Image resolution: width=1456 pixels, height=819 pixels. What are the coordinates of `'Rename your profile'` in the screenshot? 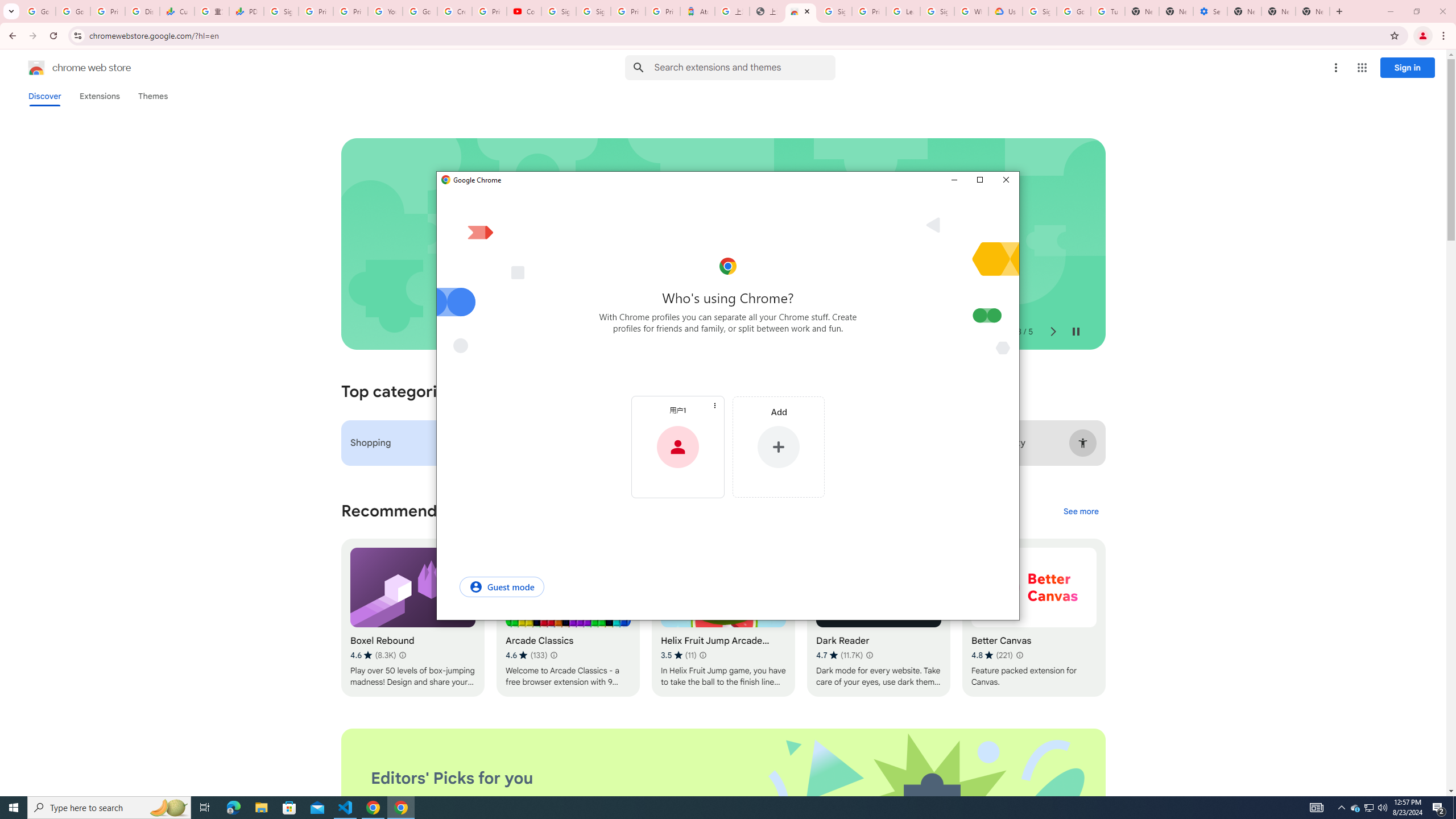 It's located at (677, 409).